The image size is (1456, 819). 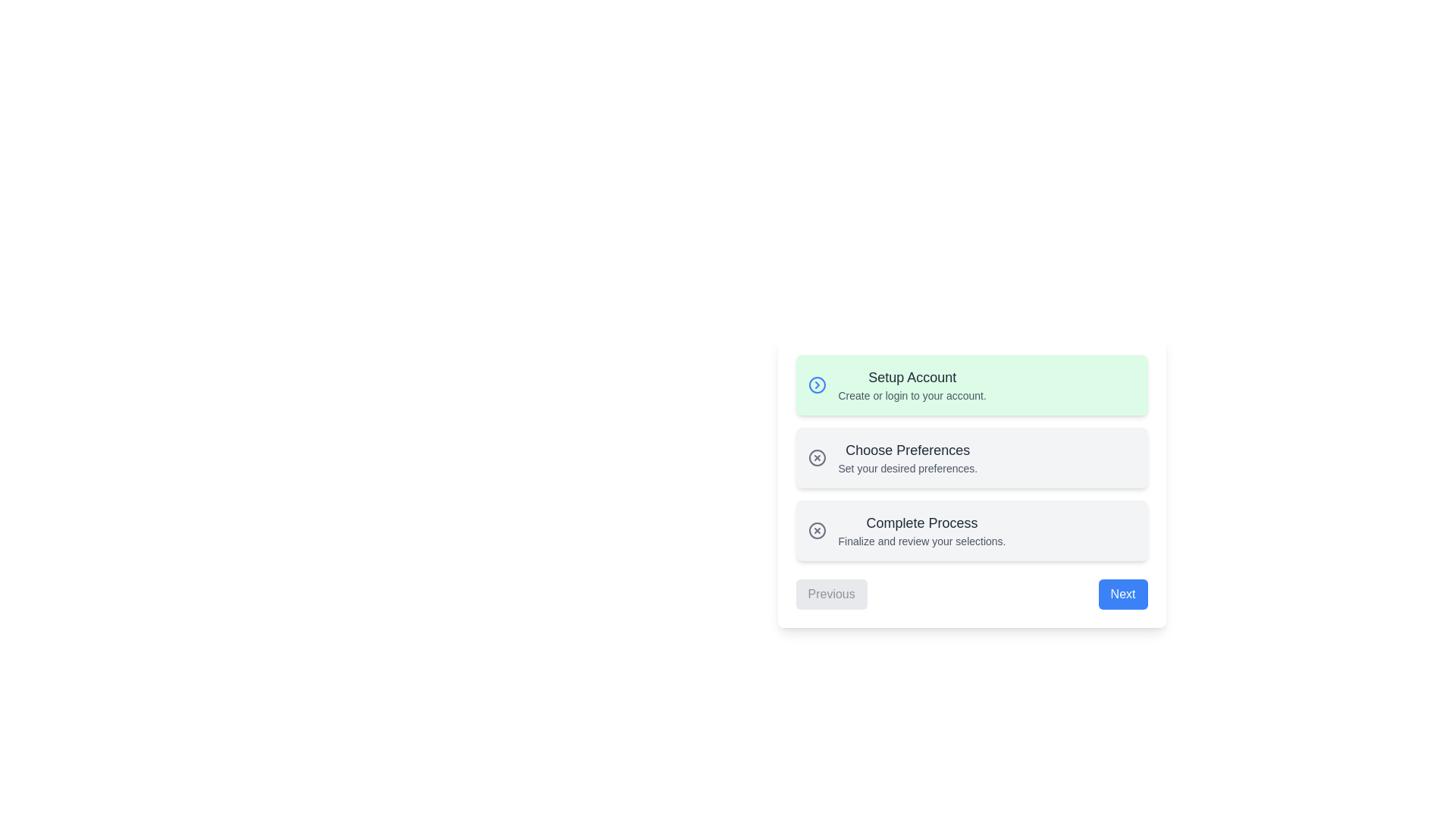 What do you see at coordinates (1123, 593) in the screenshot?
I see `the navigation button located at the bottom-right corner of the interface to progress to the next step or page` at bounding box center [1123, 593].